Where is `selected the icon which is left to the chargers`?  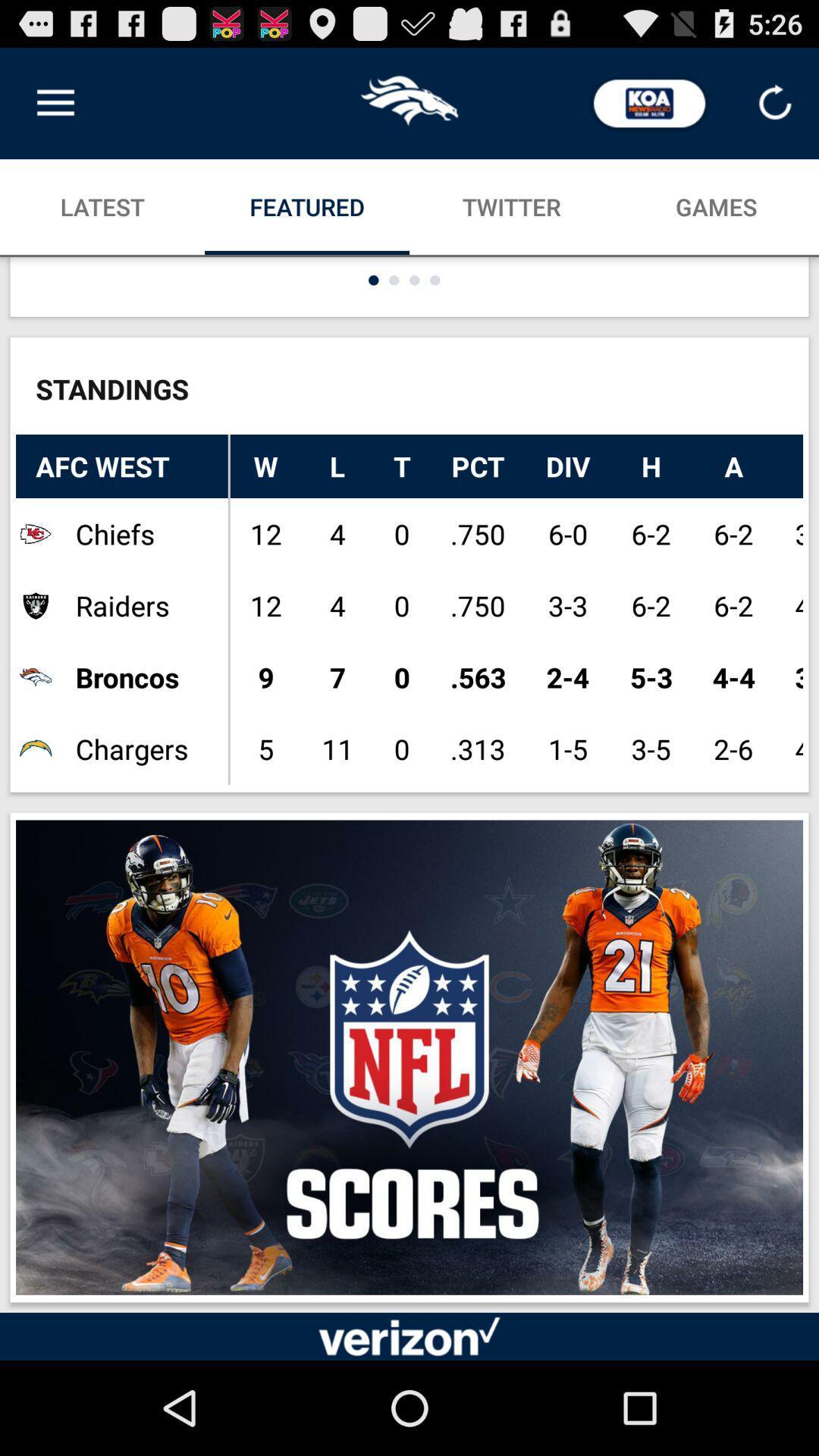 selected the icon which is left to the chargers is located at coordinates (35, 749).